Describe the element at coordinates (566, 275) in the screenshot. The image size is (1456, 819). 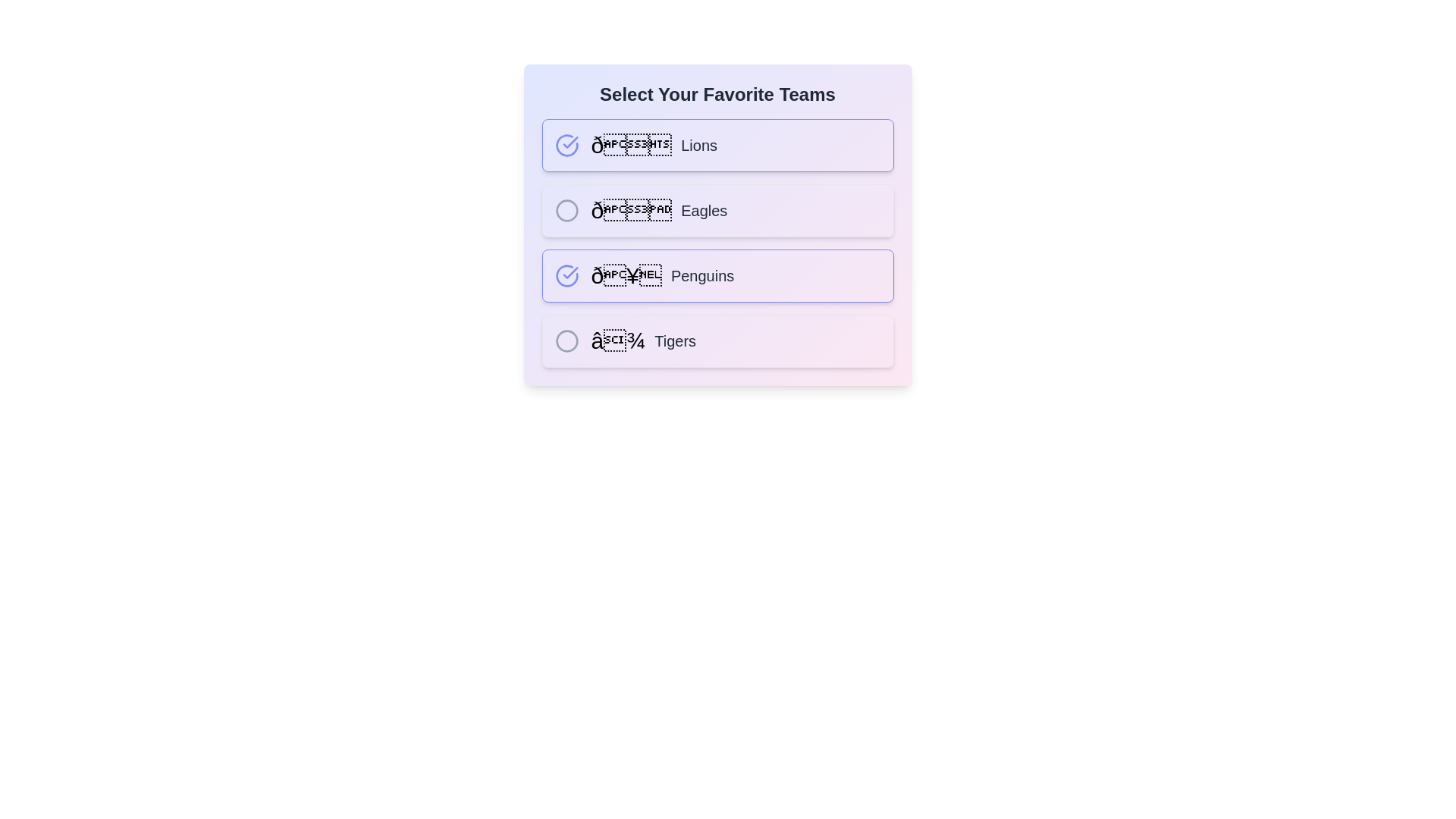
I see `the team Penguins` at that location.